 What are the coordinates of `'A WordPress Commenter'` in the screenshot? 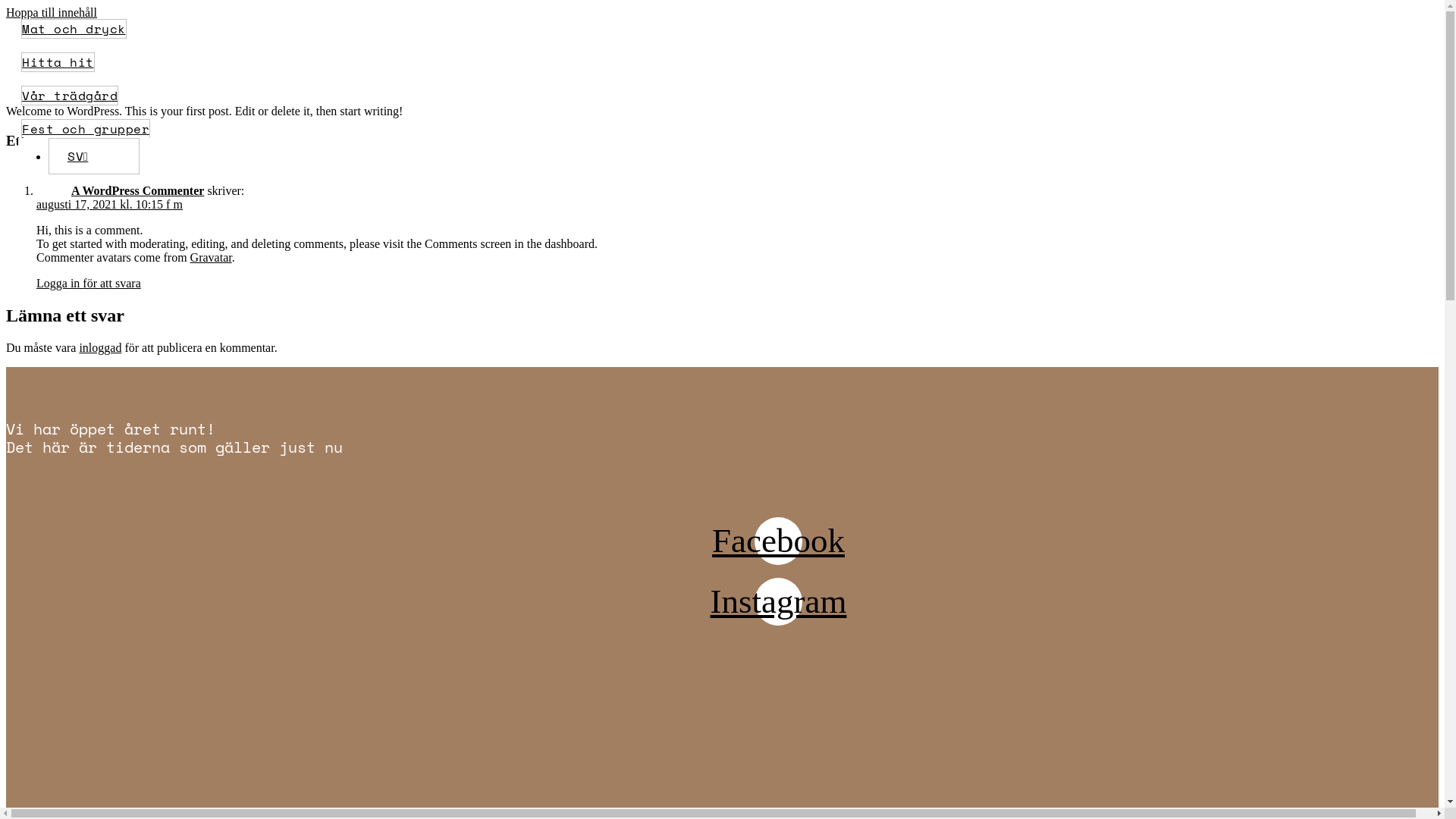 It's located at (137, 190).